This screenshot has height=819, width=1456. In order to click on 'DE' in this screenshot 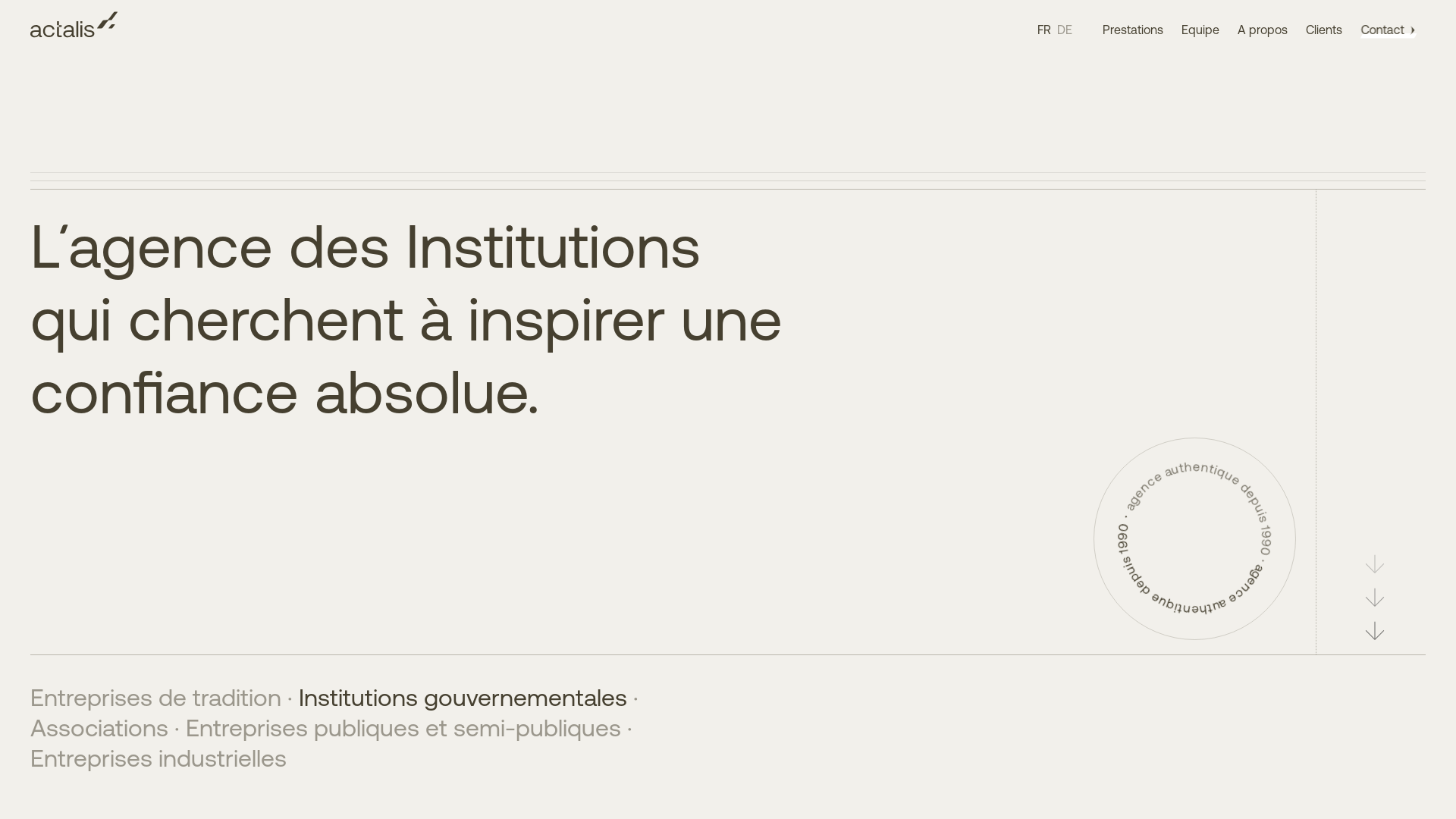, I will do `click(1063, 30)`.